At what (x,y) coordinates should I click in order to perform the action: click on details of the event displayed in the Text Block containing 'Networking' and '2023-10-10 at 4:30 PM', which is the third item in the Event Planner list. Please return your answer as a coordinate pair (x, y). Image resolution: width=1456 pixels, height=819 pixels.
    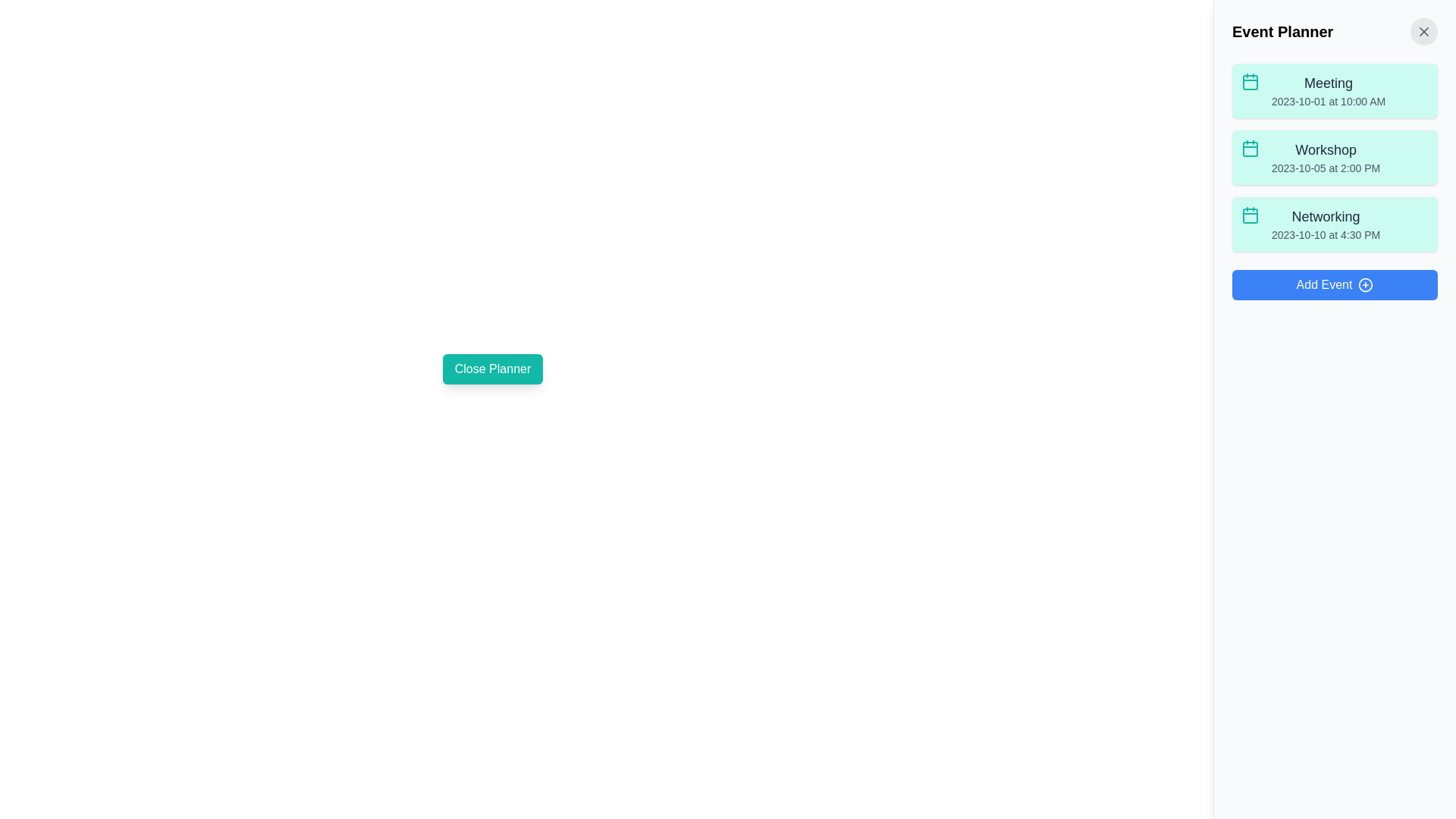
    Looking at the image, I should click on (1325, 224).